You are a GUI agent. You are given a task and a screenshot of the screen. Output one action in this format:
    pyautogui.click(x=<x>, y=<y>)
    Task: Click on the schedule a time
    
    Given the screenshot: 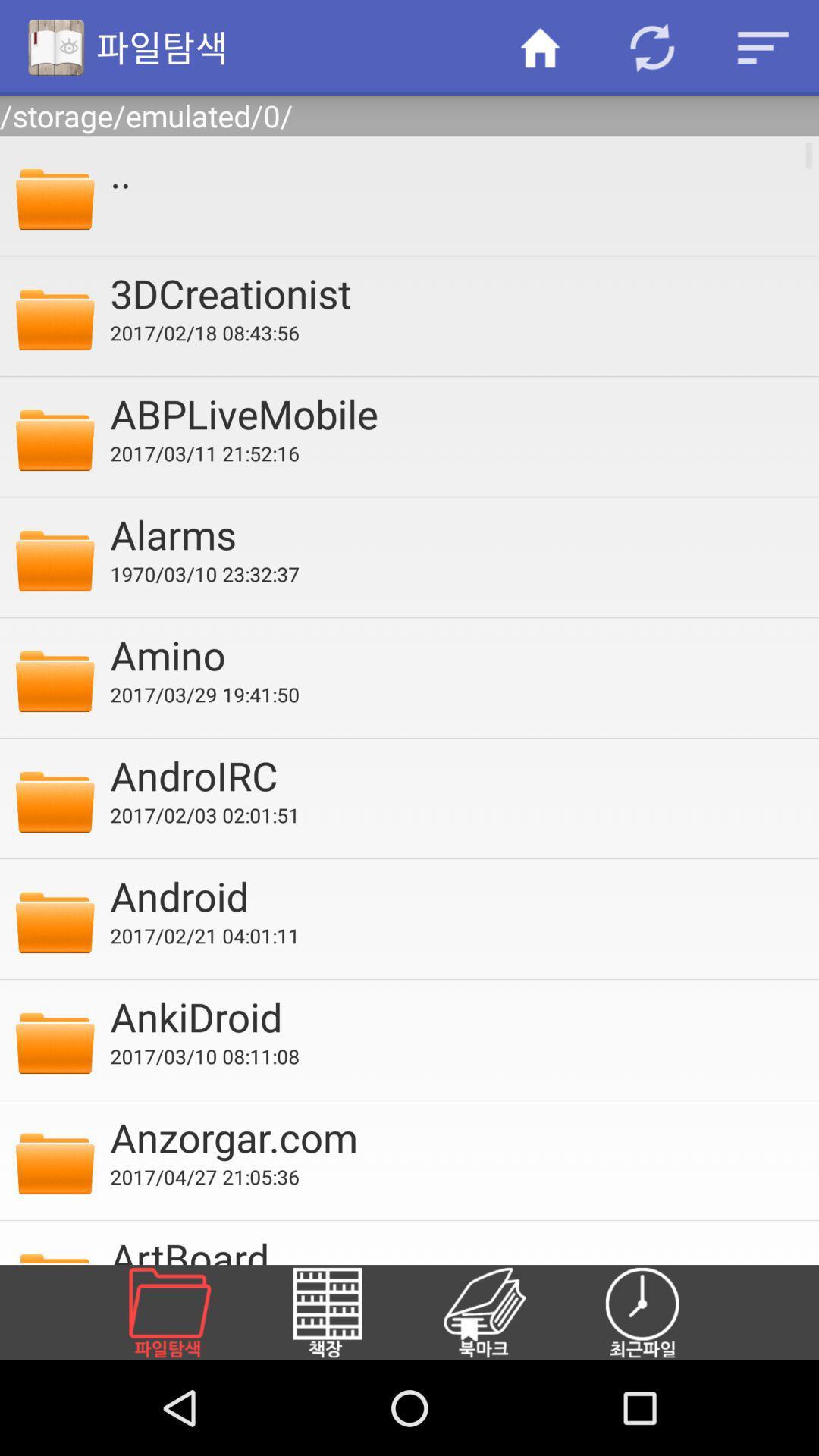 What is the action you would take?
    pyautogui.click(x=660, y=1312)
    